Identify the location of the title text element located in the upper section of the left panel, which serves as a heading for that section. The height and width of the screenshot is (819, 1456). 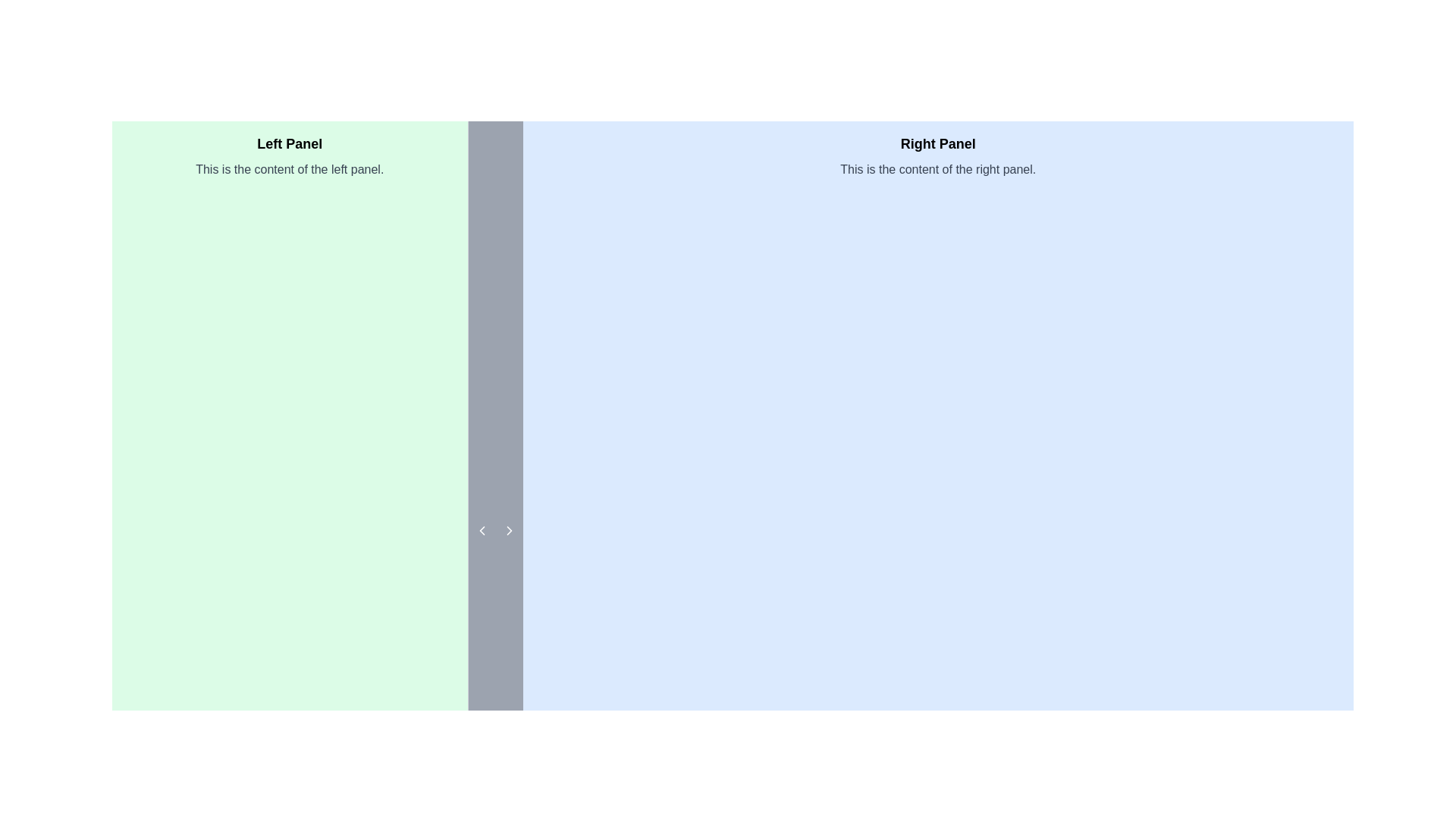
(290, 143).